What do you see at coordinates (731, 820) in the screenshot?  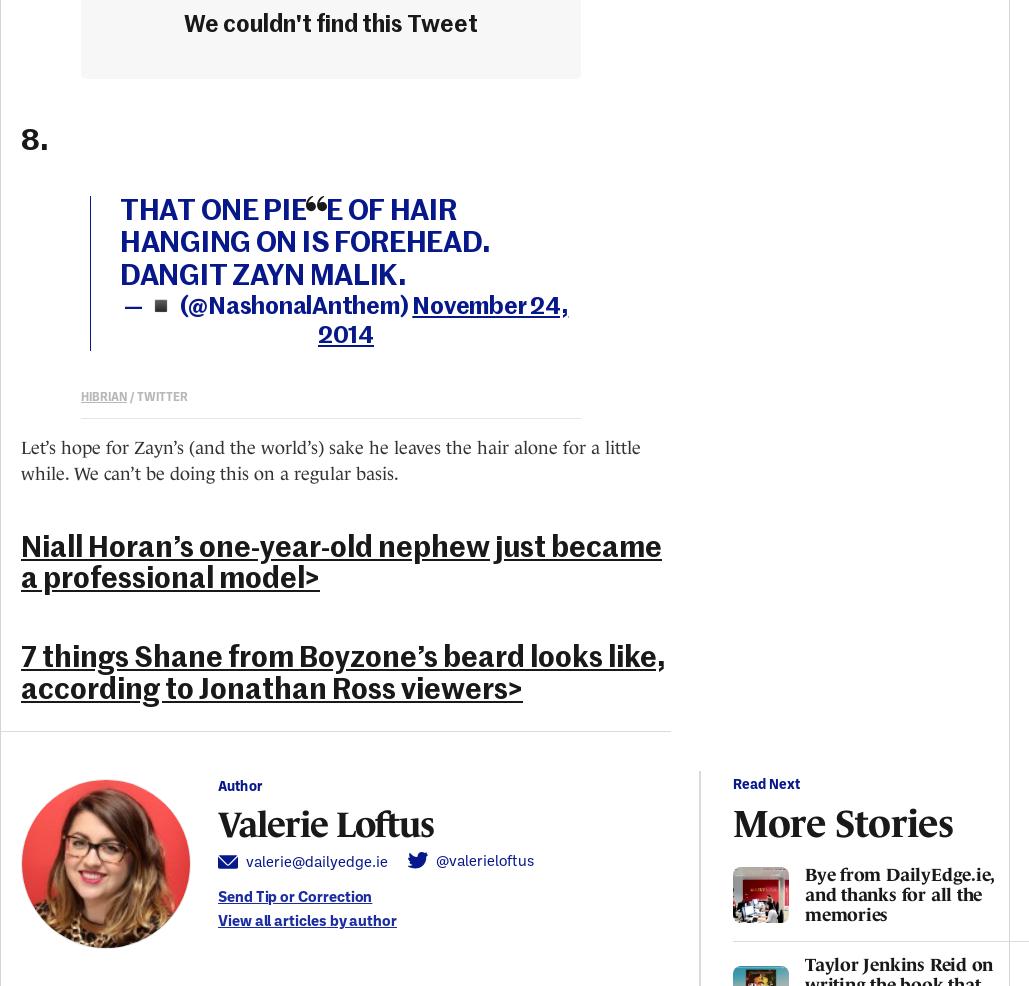 I see `'More Stories'` at bounding box center [731, 820].